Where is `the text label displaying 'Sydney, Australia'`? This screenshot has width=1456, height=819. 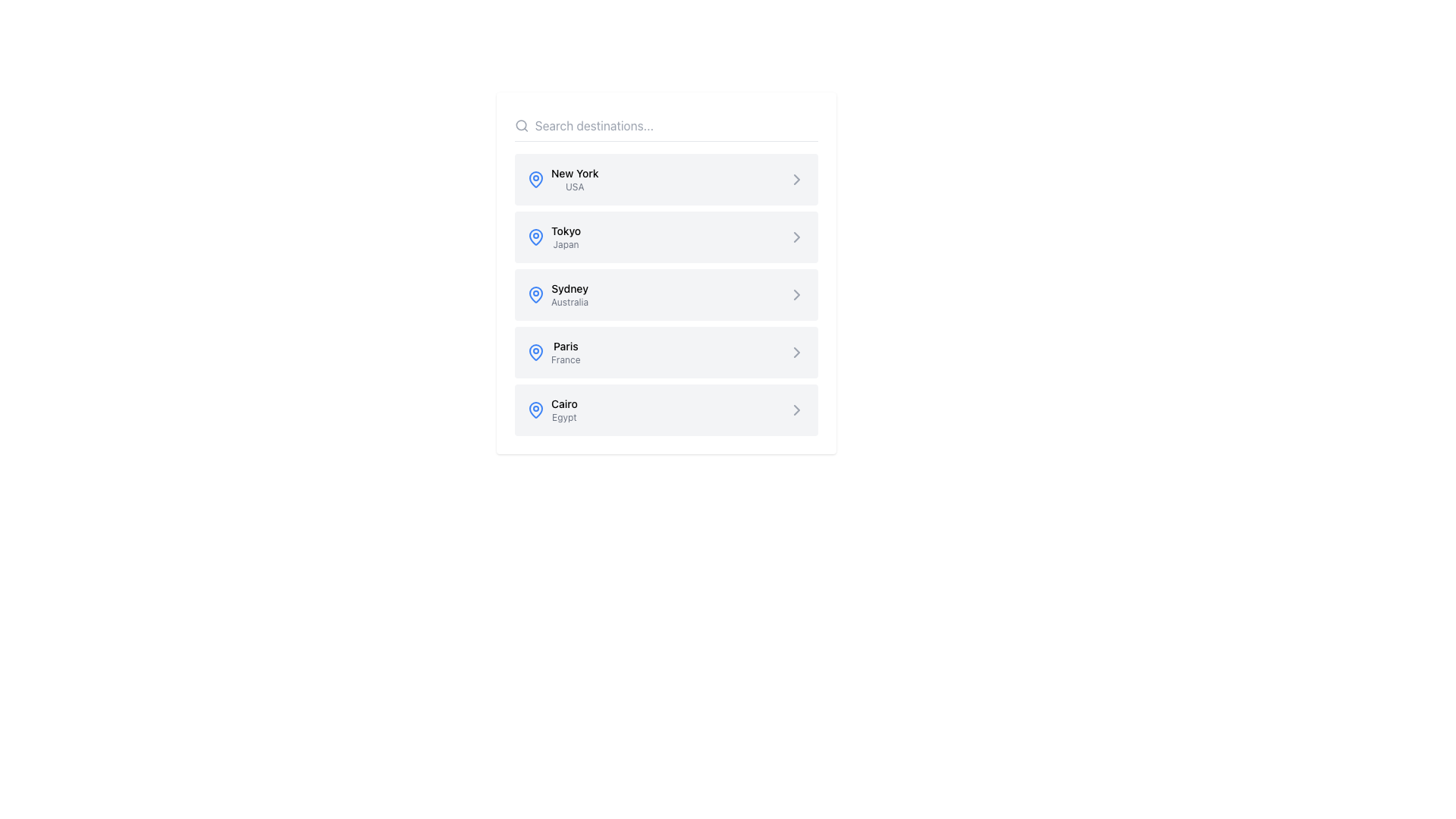 the text label displaying 'Sydney, Australia' is located at coordinates (569, 295).